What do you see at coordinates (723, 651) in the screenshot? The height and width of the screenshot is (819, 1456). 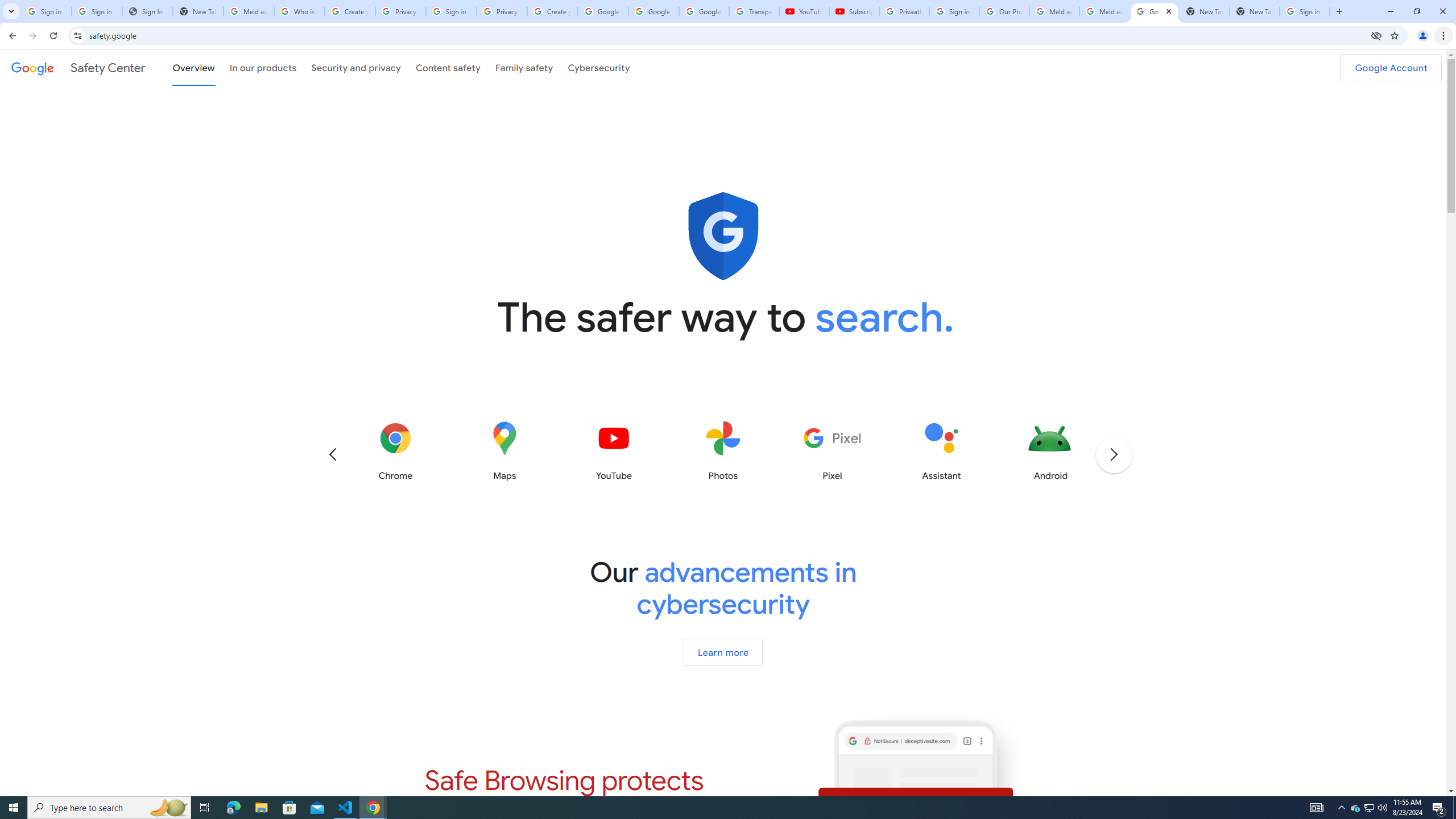 I see `'Learn more'` at bounding box center [723, 651].